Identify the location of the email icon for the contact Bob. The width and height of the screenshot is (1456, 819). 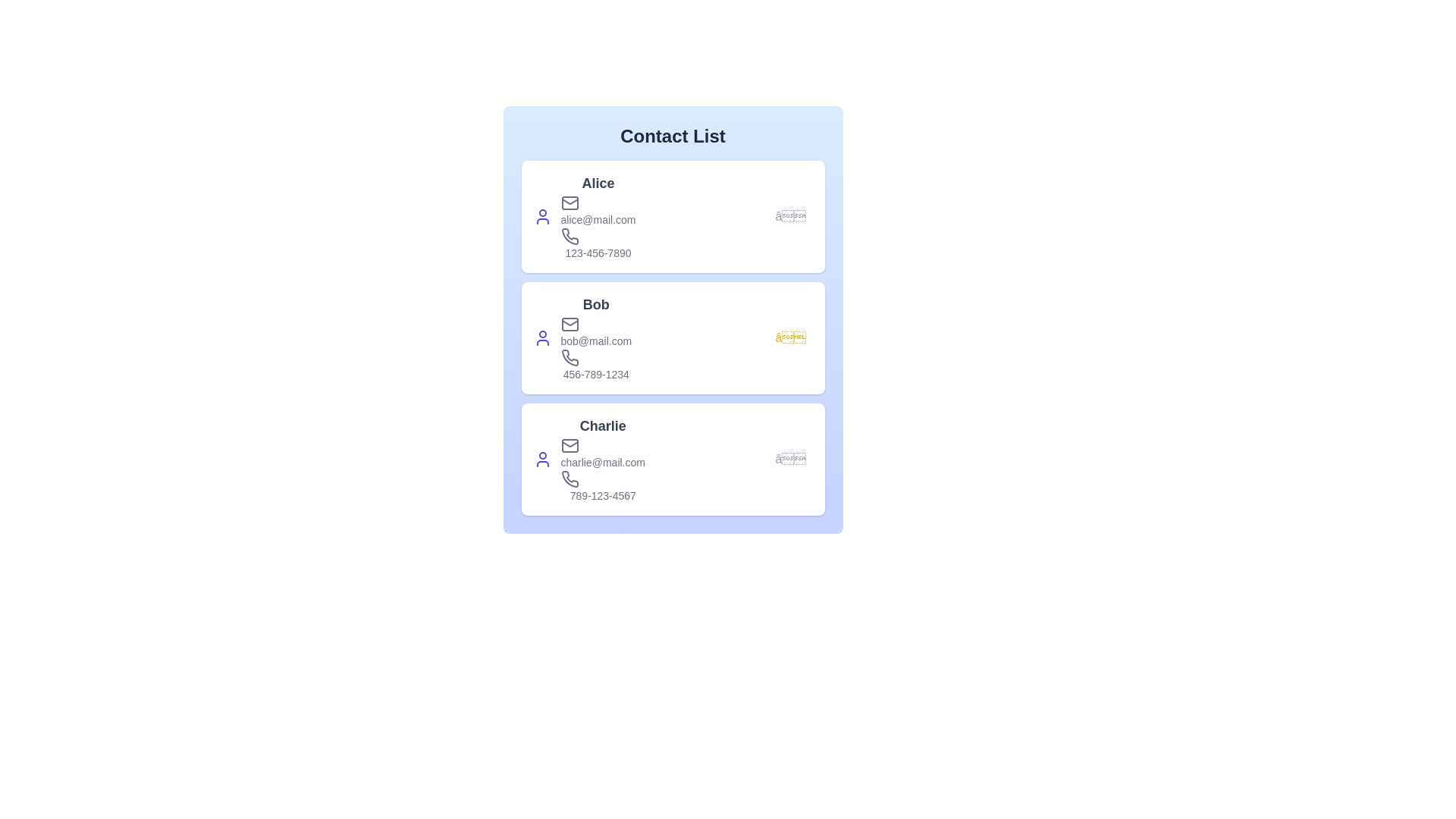
(569, 324).